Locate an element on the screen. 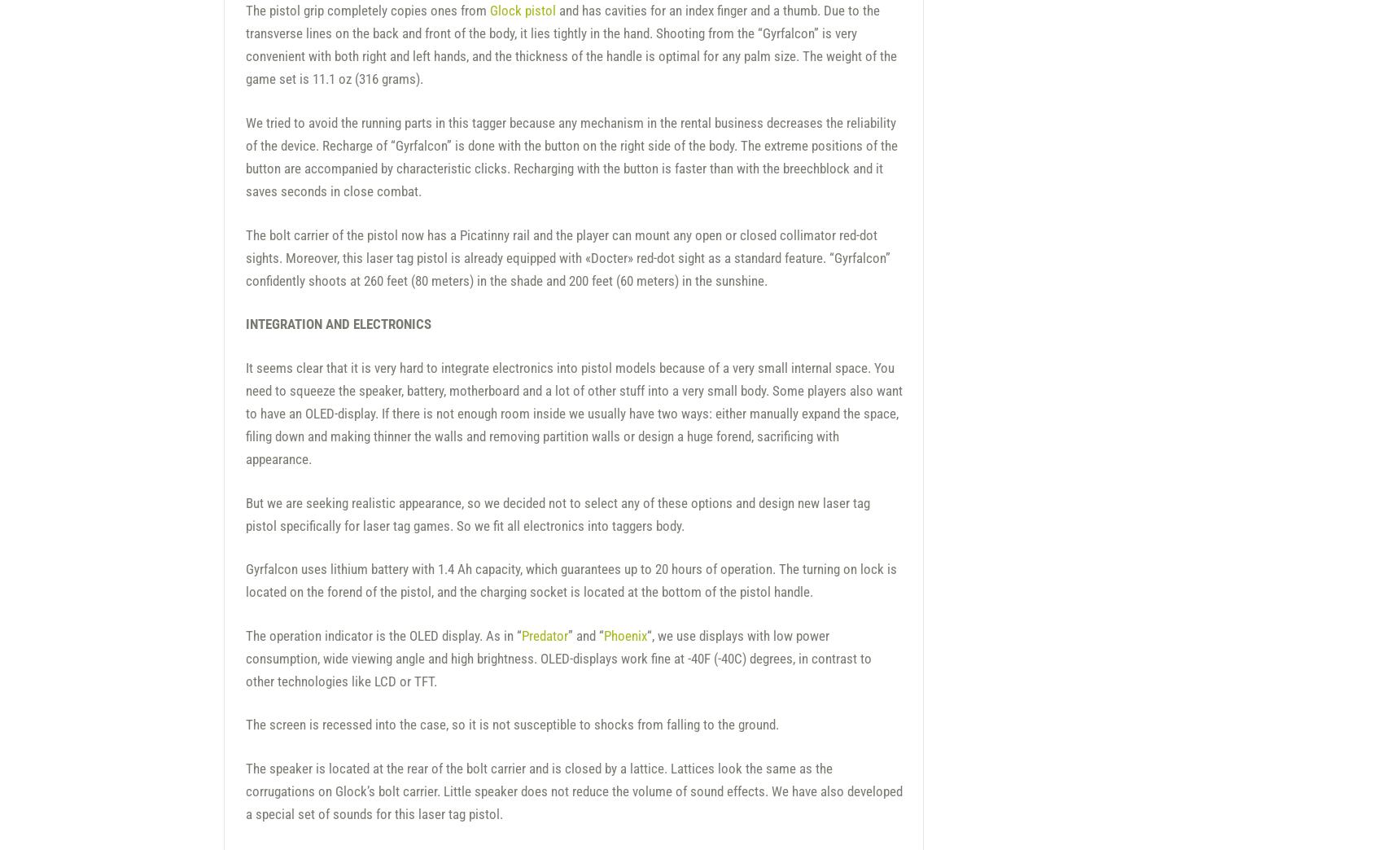 The image size is (1400, 850). 'The pistol grip completely copies ones from' is located at coordinates (244, 10).